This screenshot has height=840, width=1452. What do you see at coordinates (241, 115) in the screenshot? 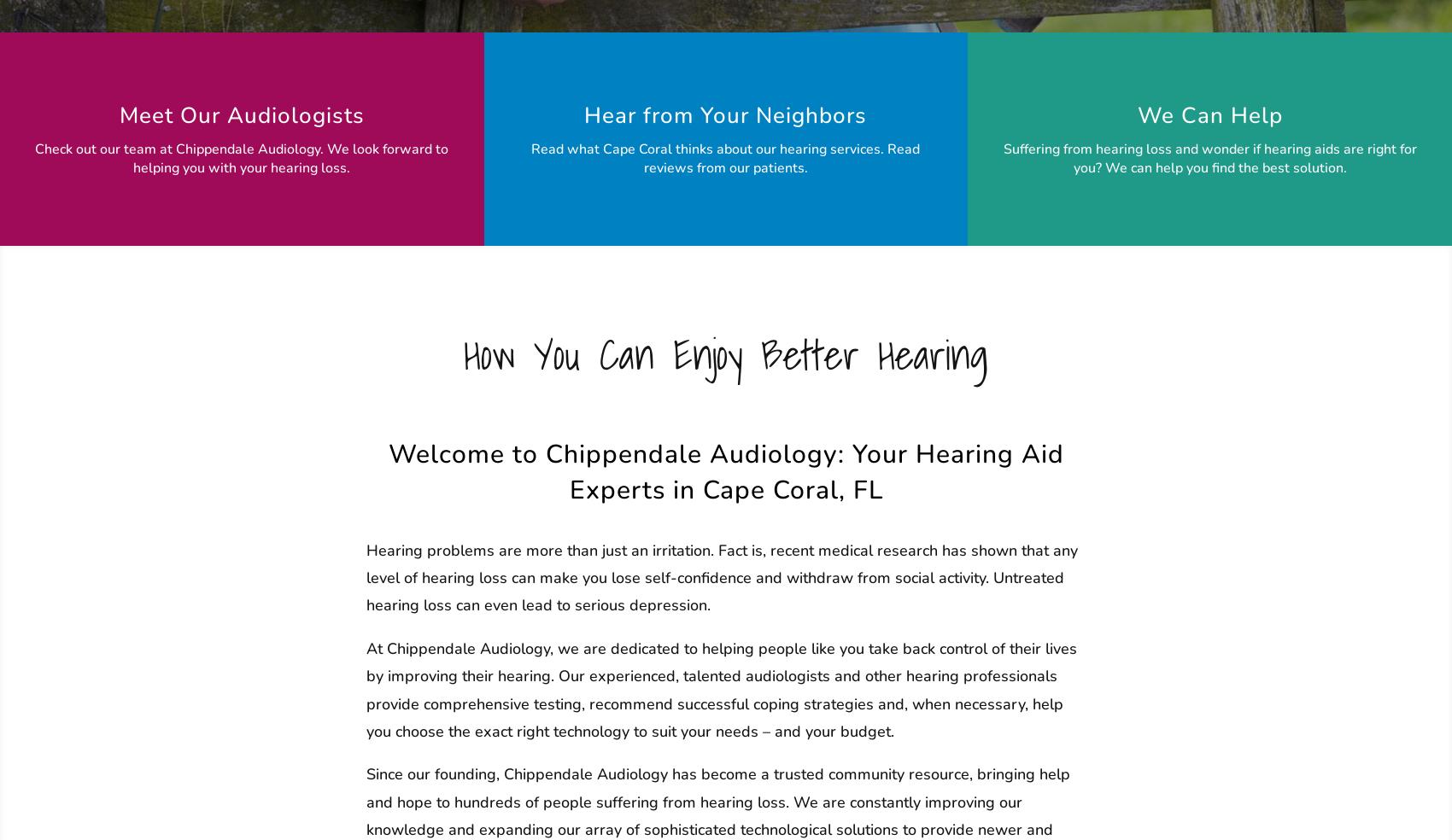
I see `'Meet Our Audiologists'` at bounding box center [241, 115].